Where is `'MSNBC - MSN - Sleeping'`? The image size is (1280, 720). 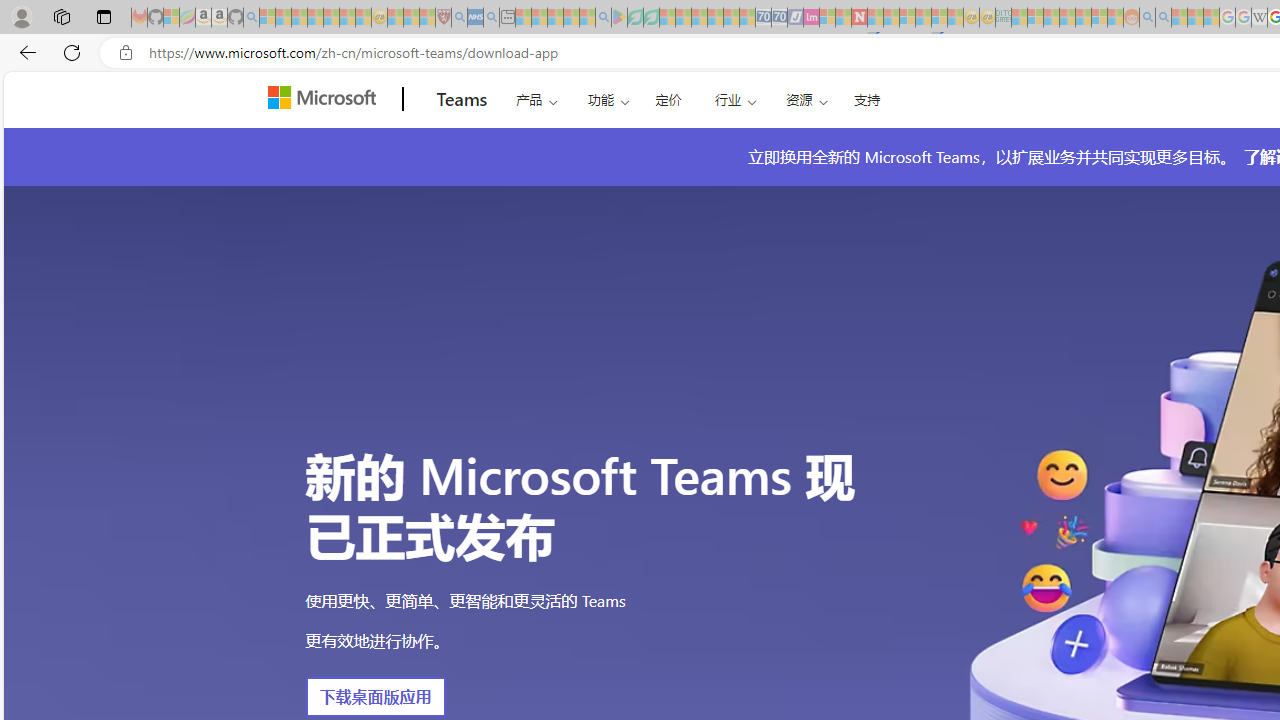 'MSNBC - MSN - Sleeping' is located at coordinates (1019, 17).